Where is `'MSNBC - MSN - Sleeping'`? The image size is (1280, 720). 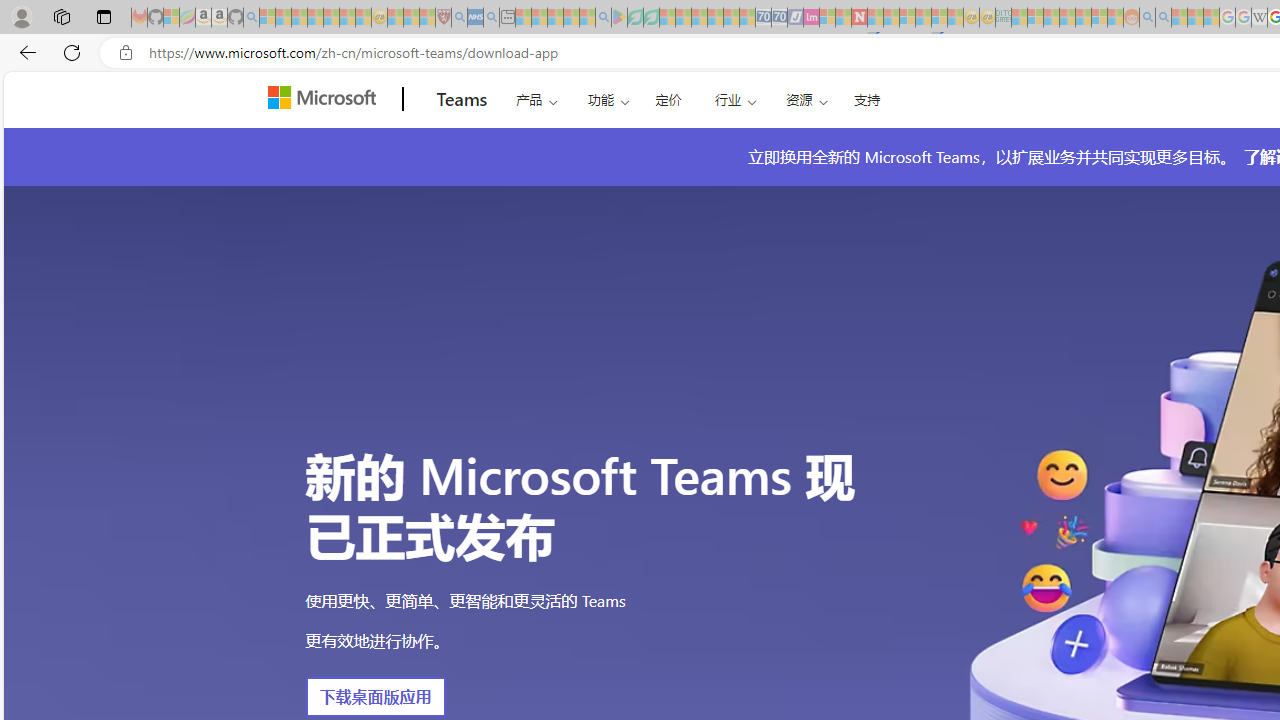 'MSNBC - MSN - Sleeping' is located at coordinates (1019, 17).